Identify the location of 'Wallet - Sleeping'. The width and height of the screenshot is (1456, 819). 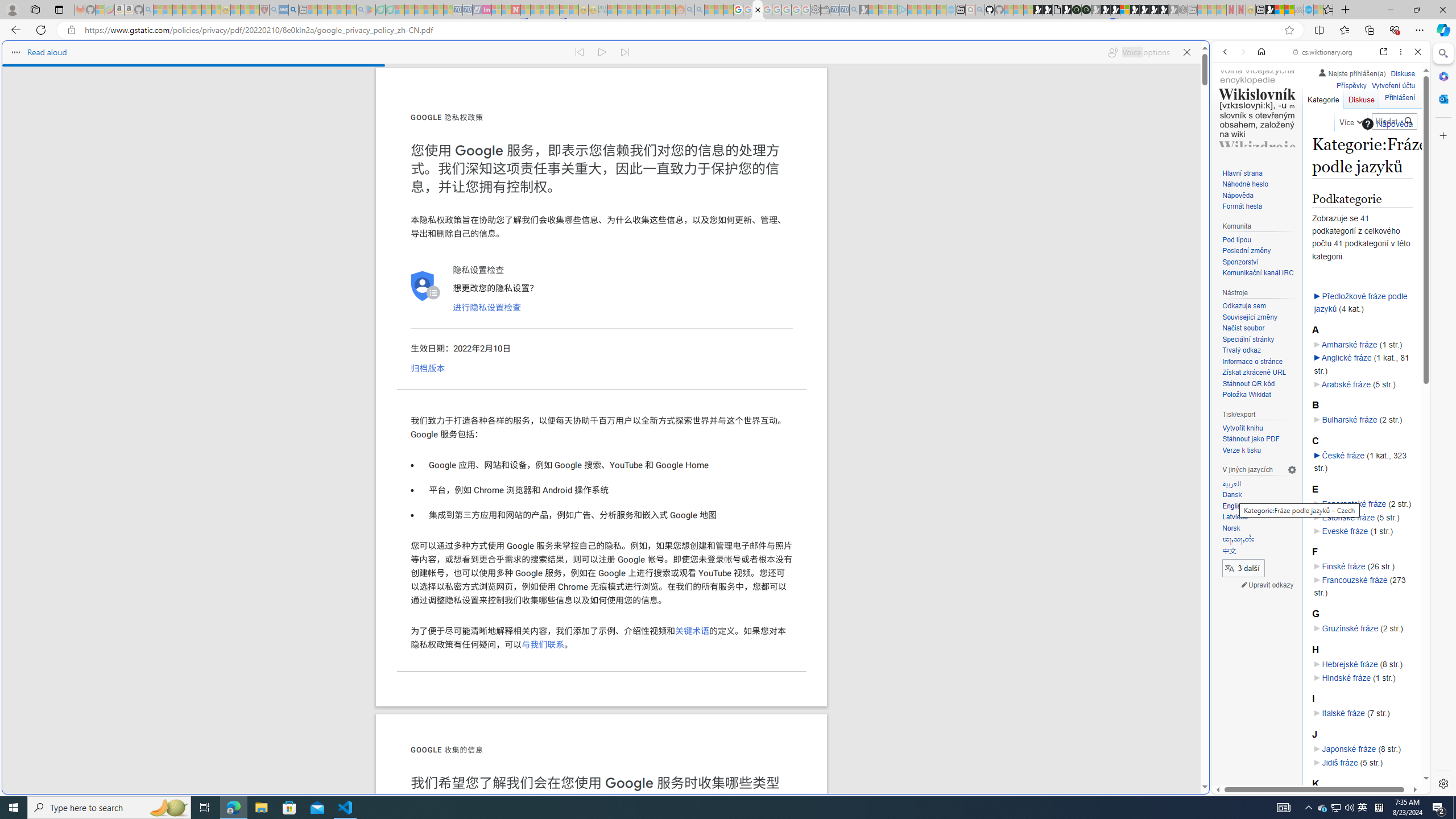
(825, 9).